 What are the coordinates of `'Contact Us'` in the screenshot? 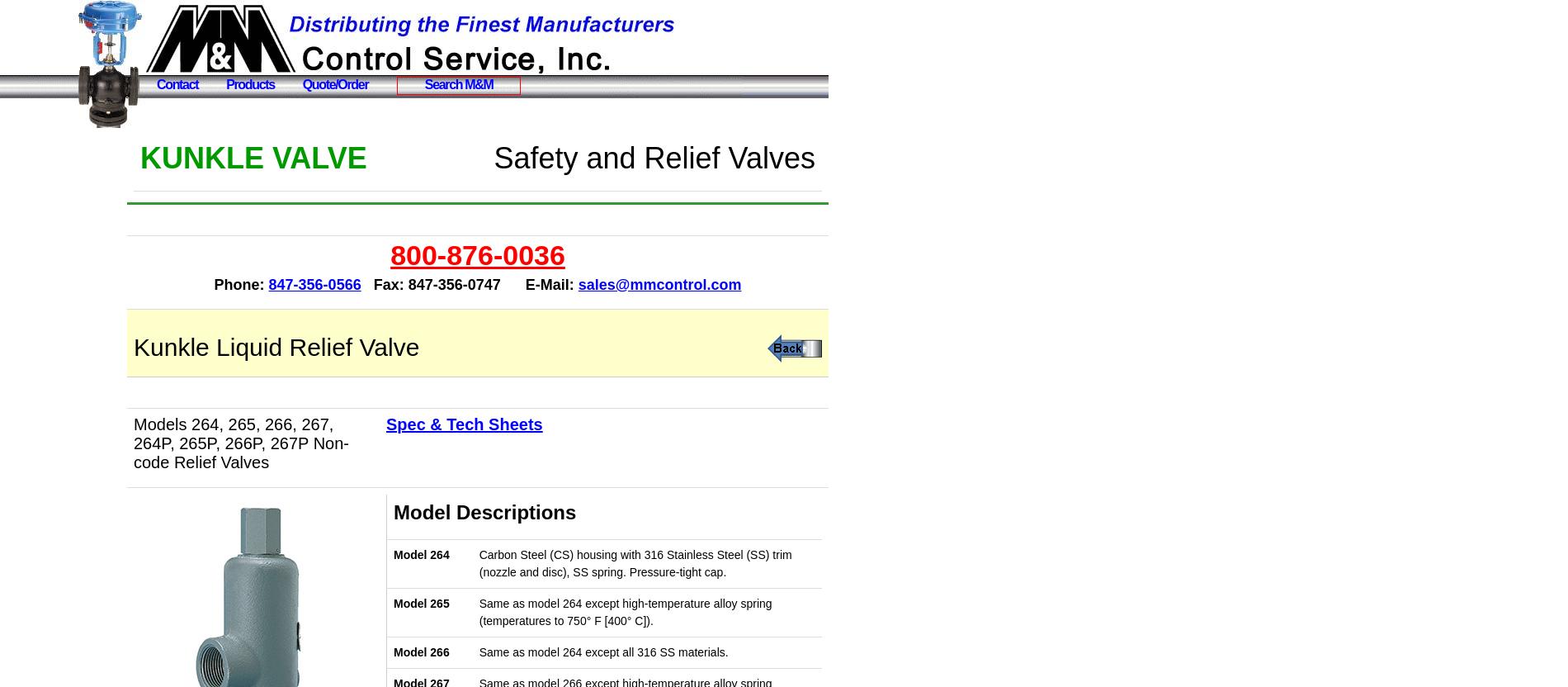 It's located at (43, 370).